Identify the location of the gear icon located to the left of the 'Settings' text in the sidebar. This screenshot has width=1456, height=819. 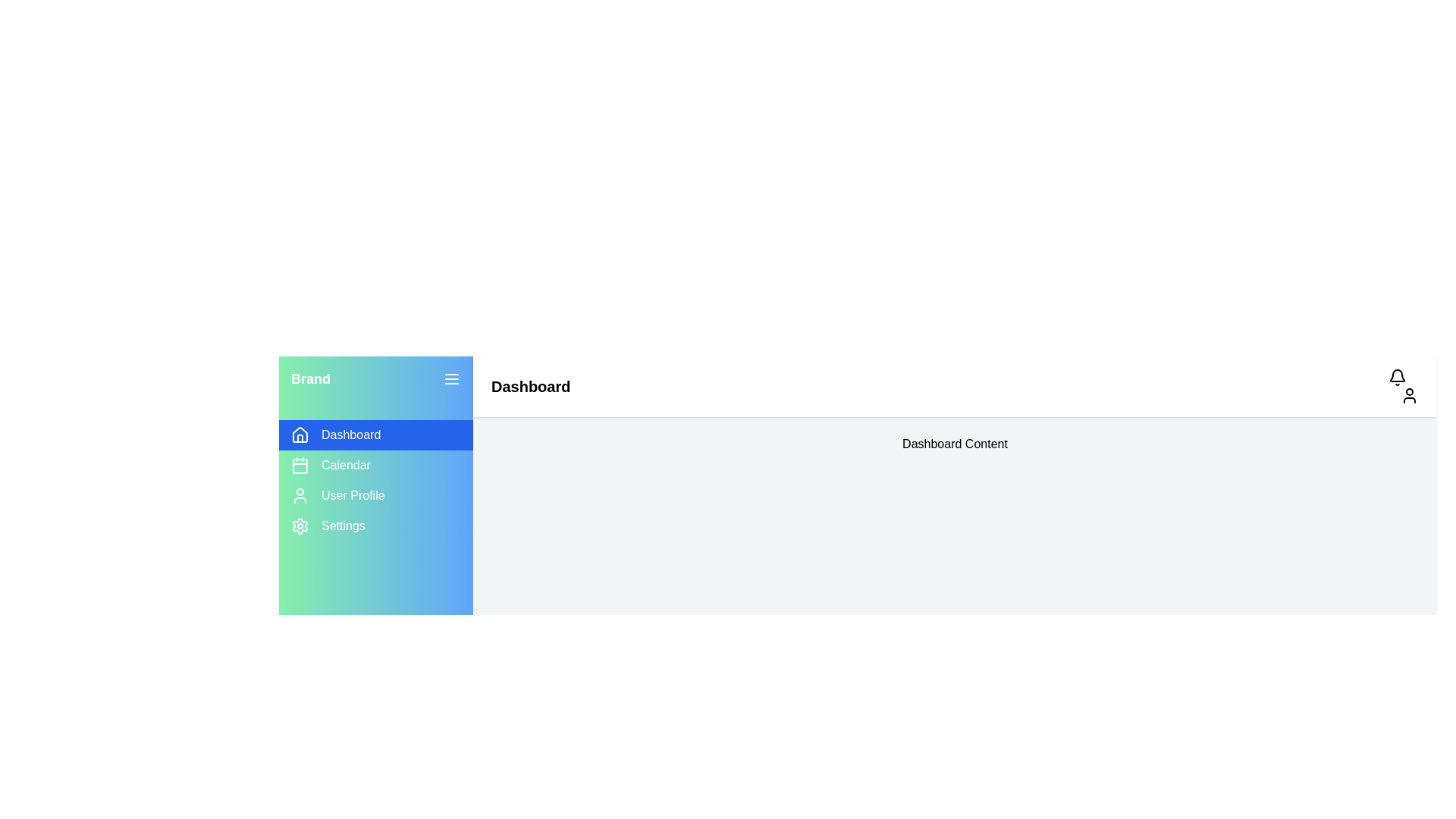
(300, 526).